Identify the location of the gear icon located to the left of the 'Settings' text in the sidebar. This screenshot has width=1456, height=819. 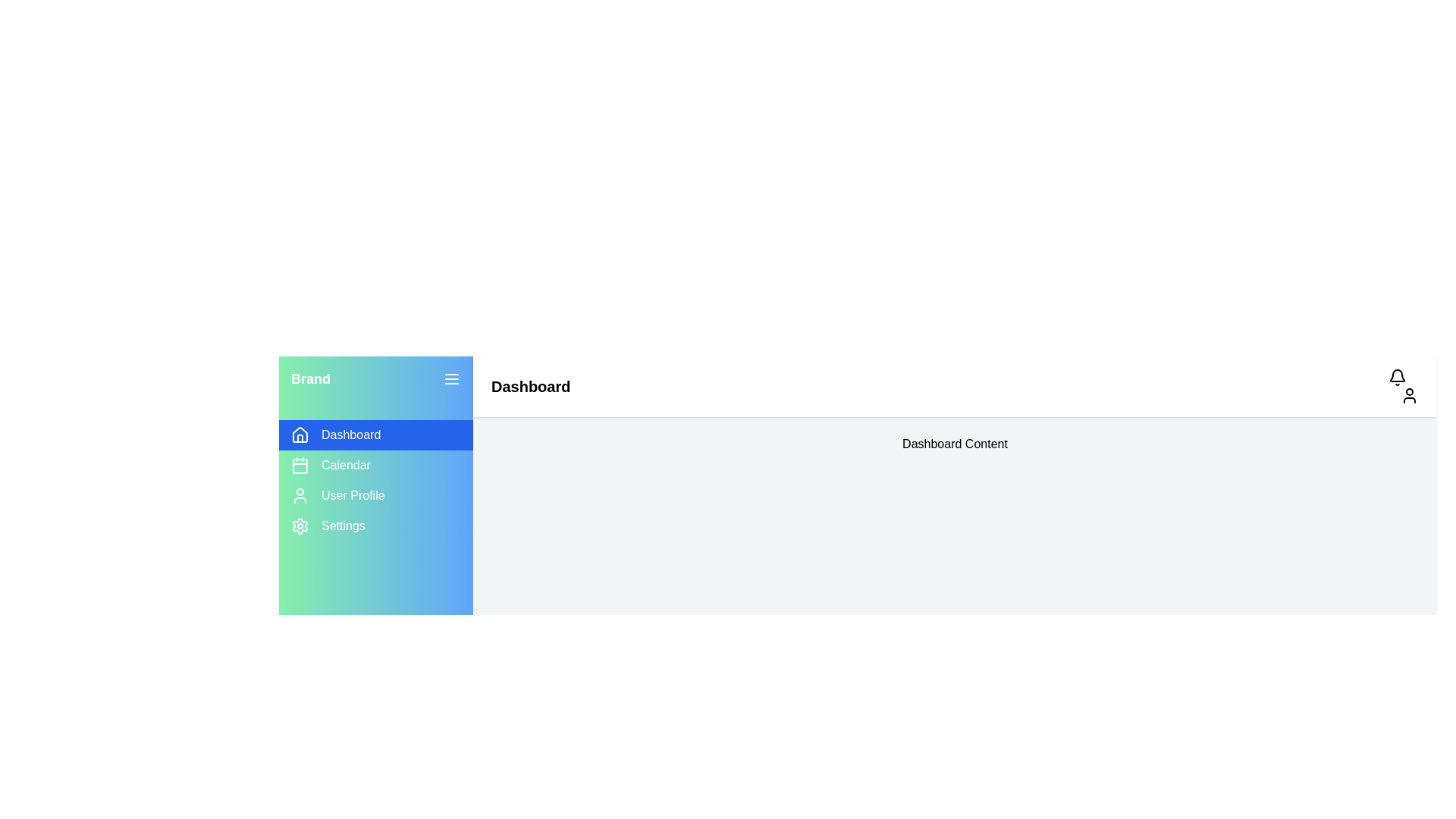
(300, 526).